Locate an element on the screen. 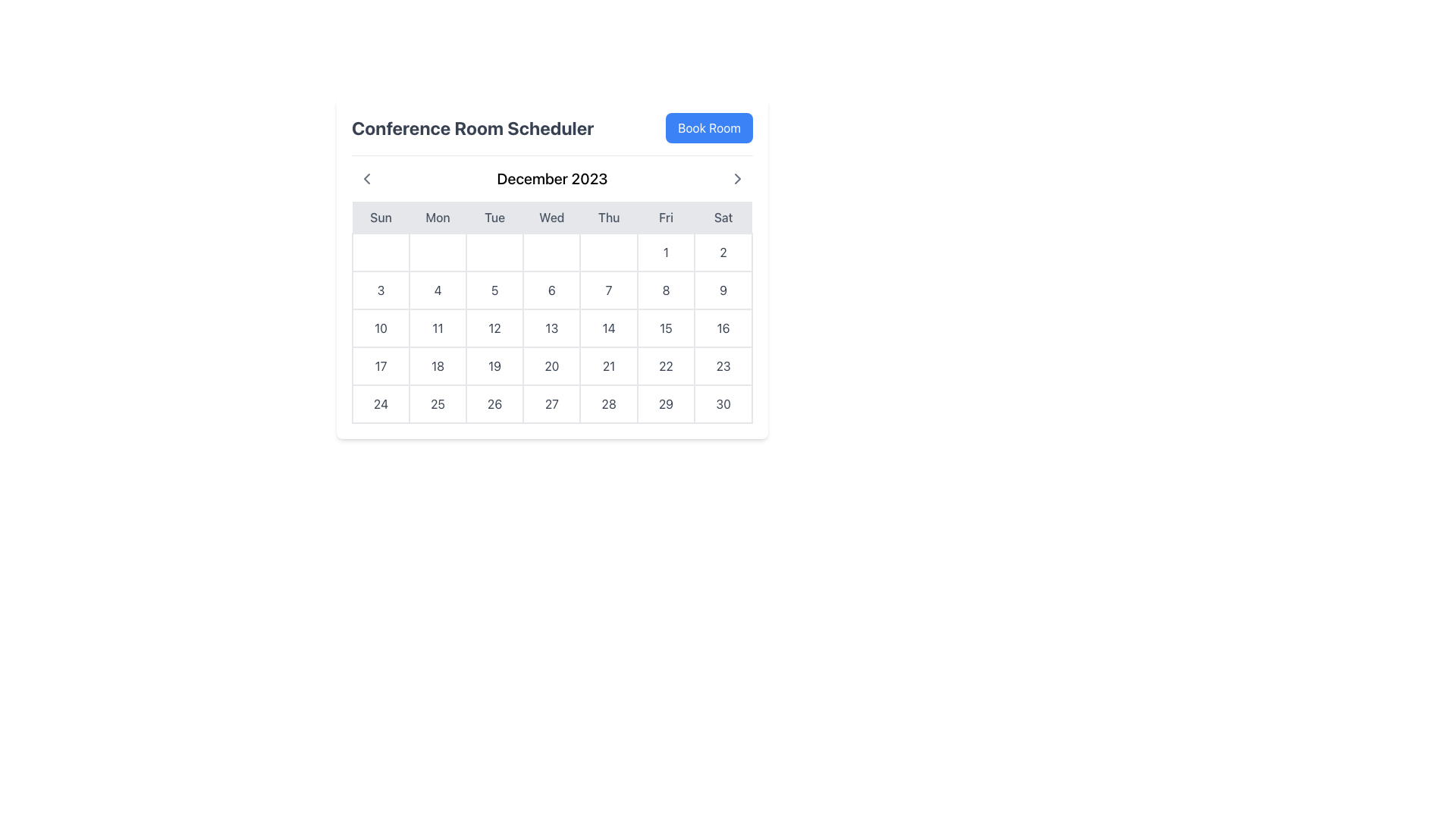 This screenshot has height=819, width=1456. the Button-like calendar date element displaying the number '26' is located at coordinates (494, 403).